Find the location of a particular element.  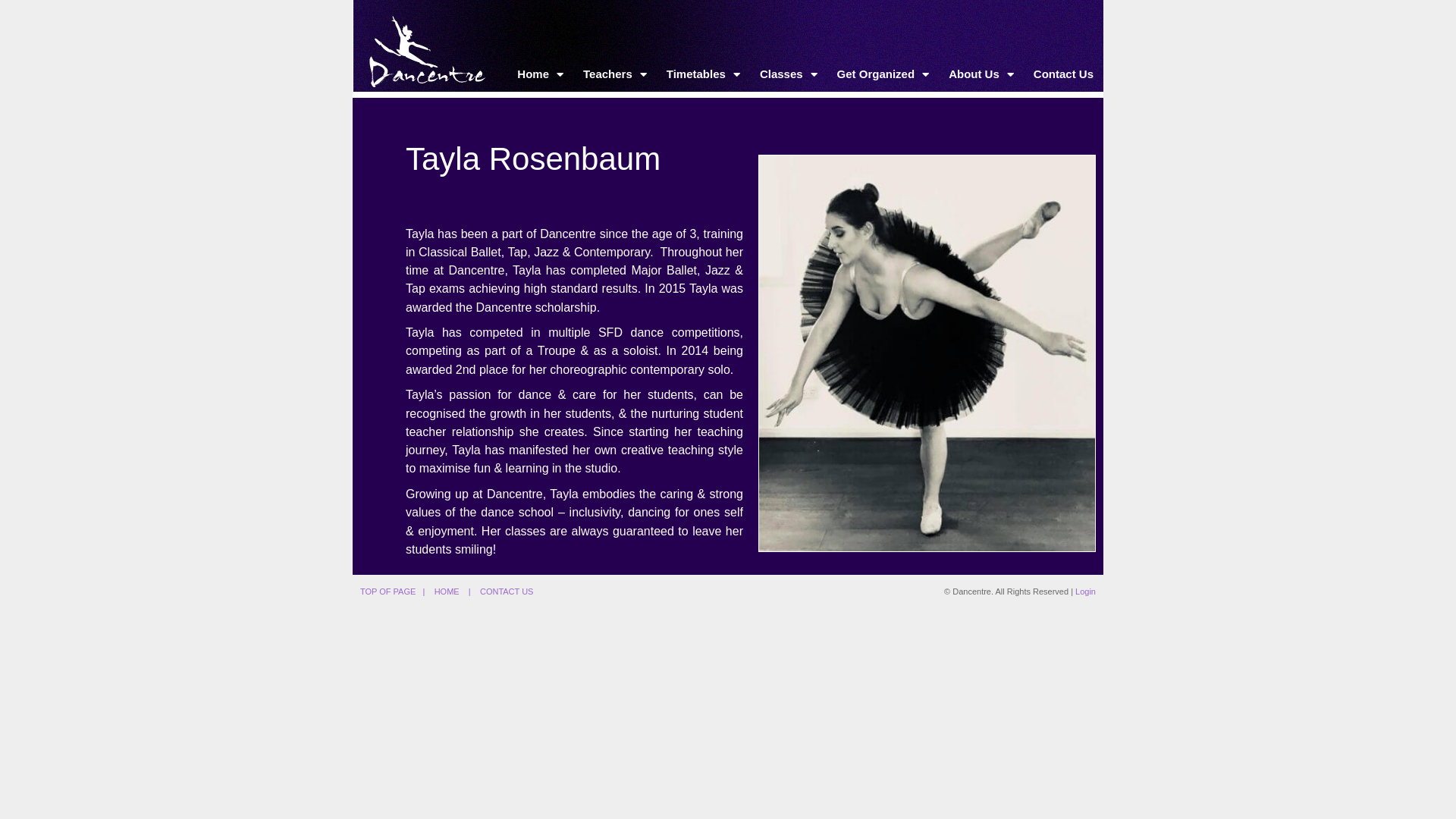

'Contact Us' is located at coordinates (1062, 74).